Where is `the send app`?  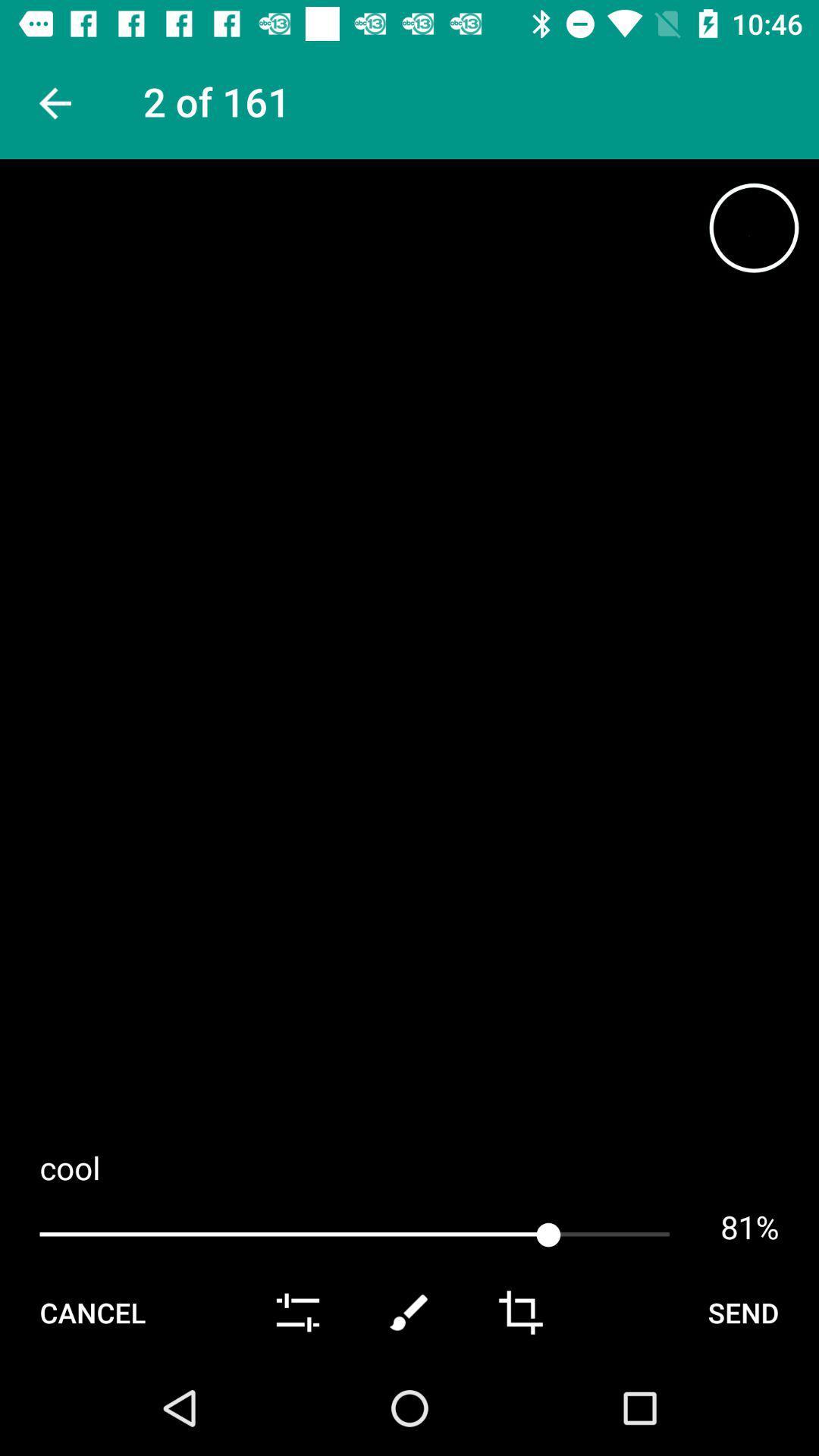
the send app is located at coordinates (742, 1312).